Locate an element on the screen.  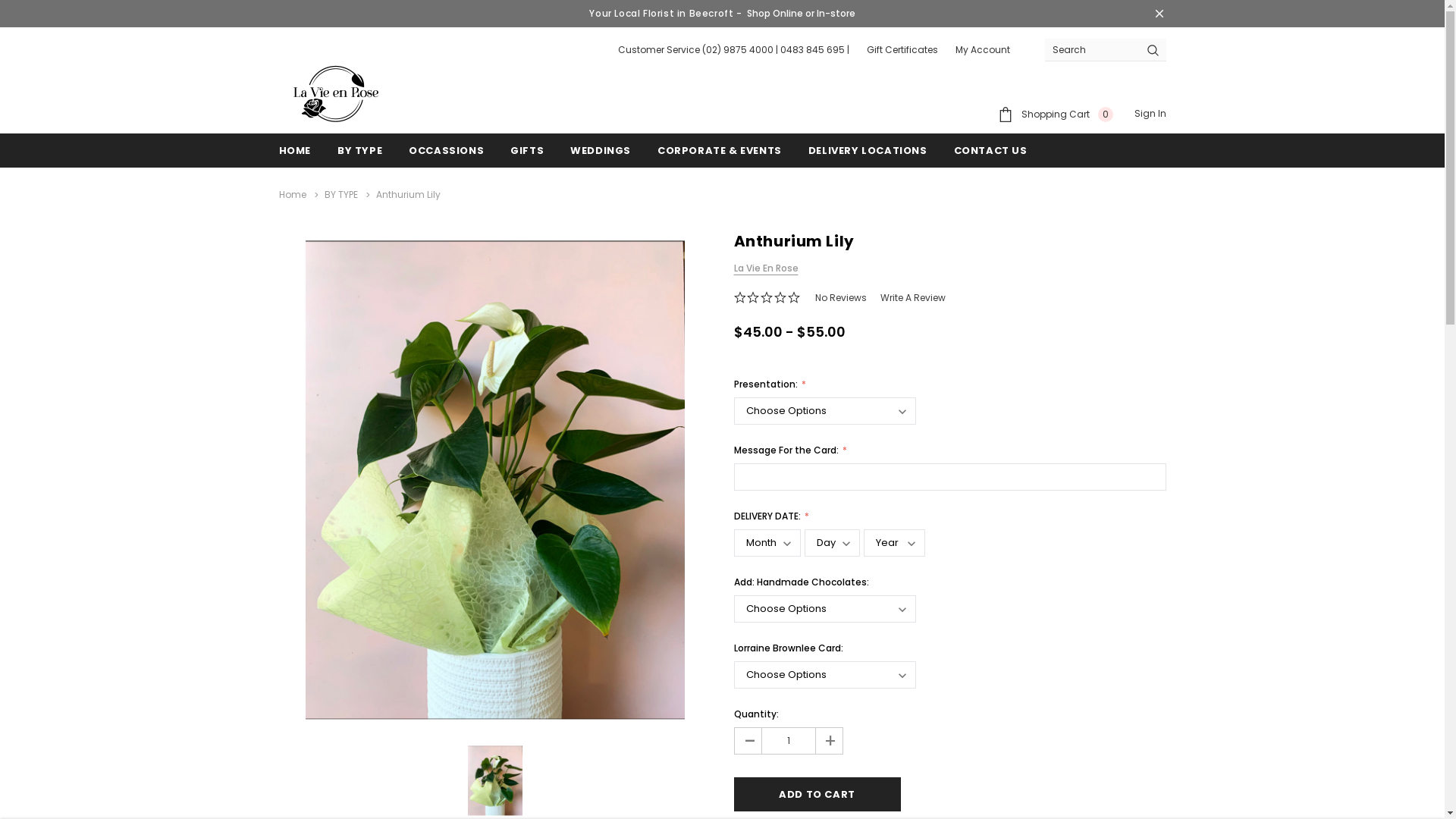
'BY TYPE' is located at coordinates (340, 193).